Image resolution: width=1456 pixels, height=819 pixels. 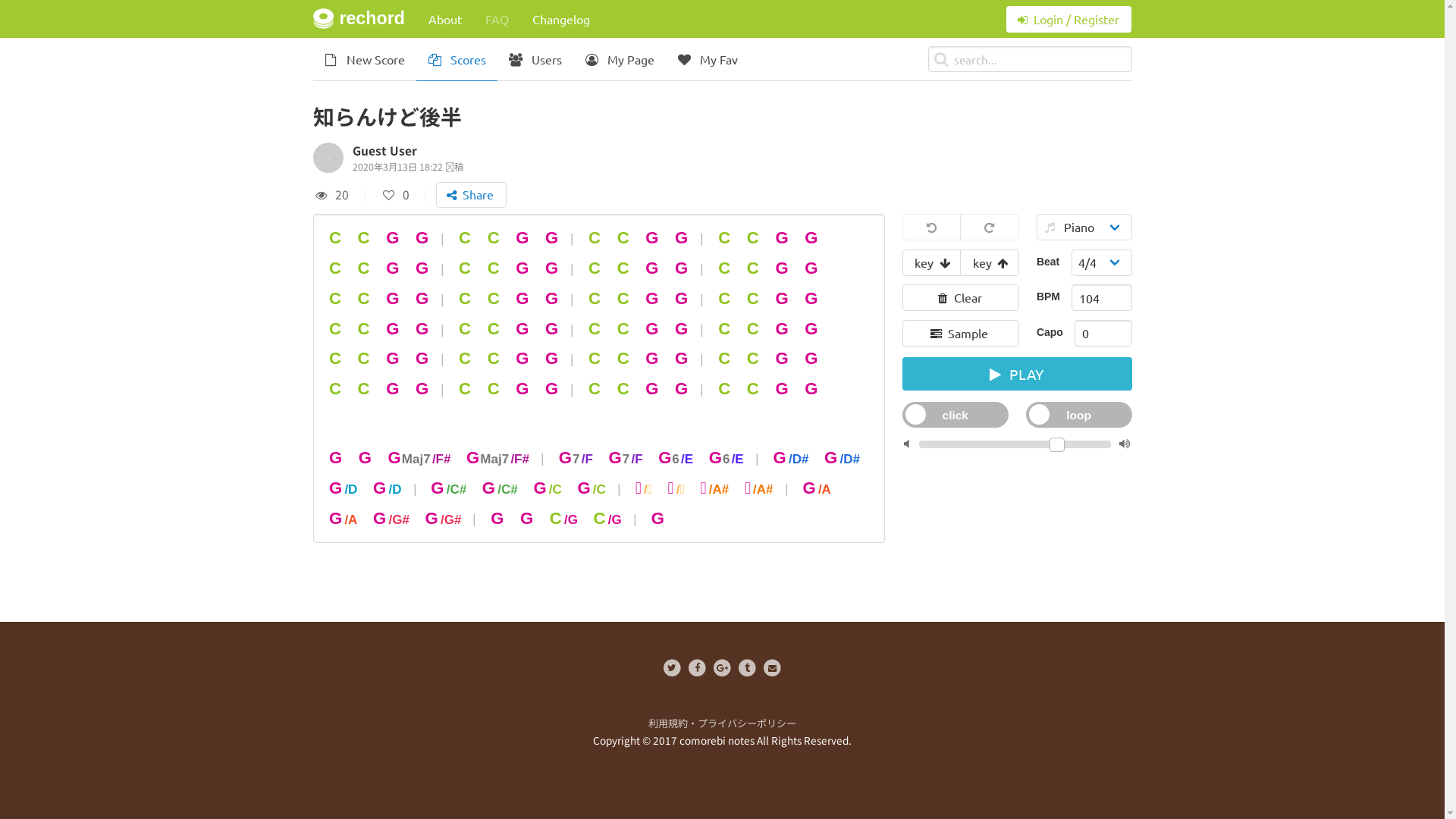 I want to click on 'Clear', so click(x=960, y=297).